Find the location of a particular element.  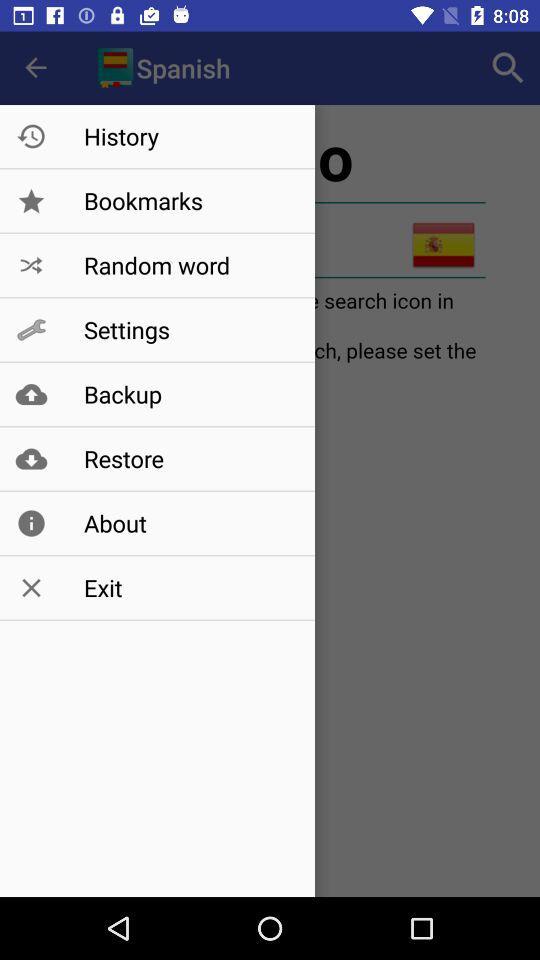

the random word icon is located at coordinates (189, 264).